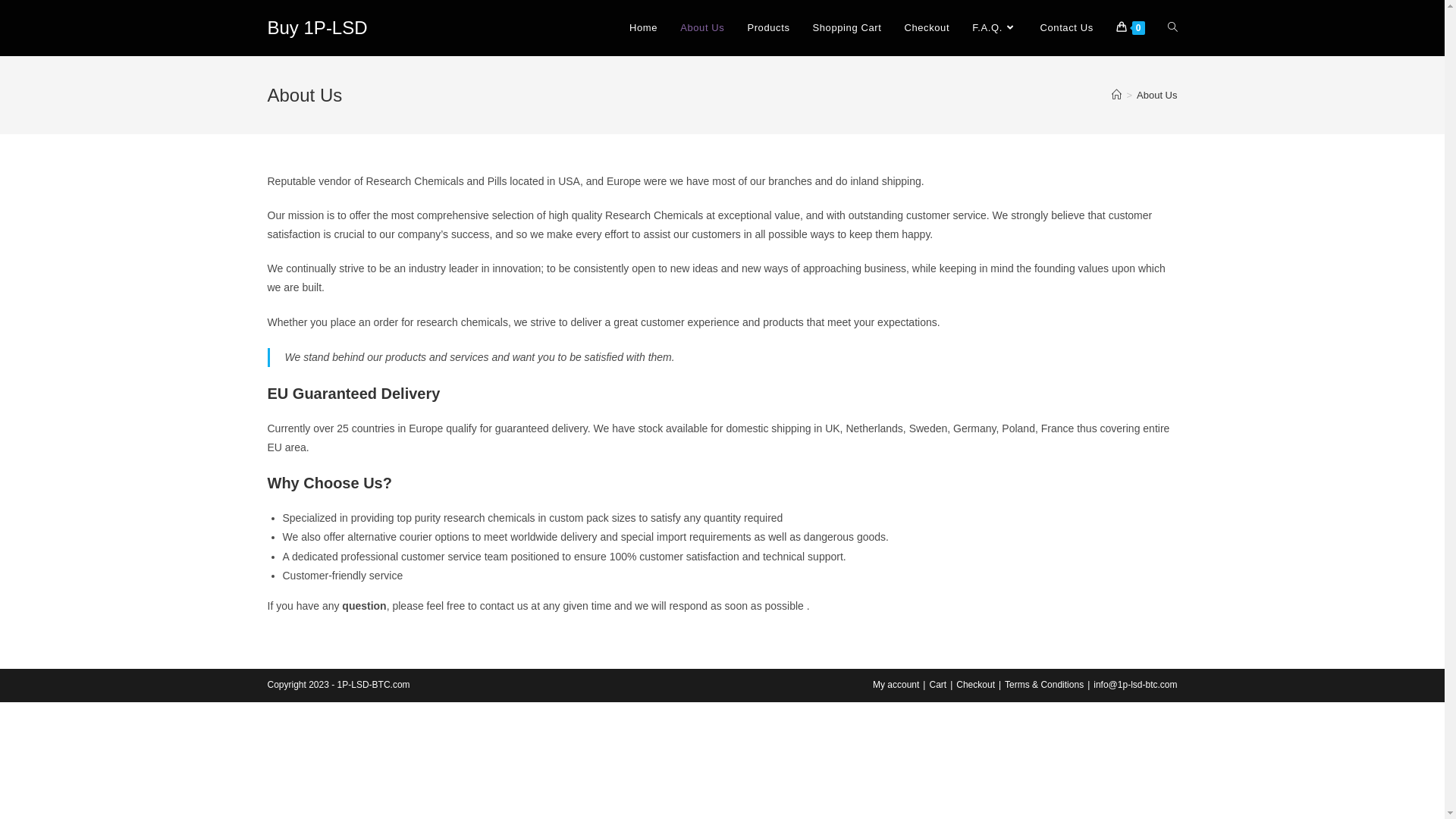 The image size is (1456, 819). What do you see at coordinates (846, 28) in the screenshot?
I see `'Shopping Cart'` at bounding box center [846, 28].